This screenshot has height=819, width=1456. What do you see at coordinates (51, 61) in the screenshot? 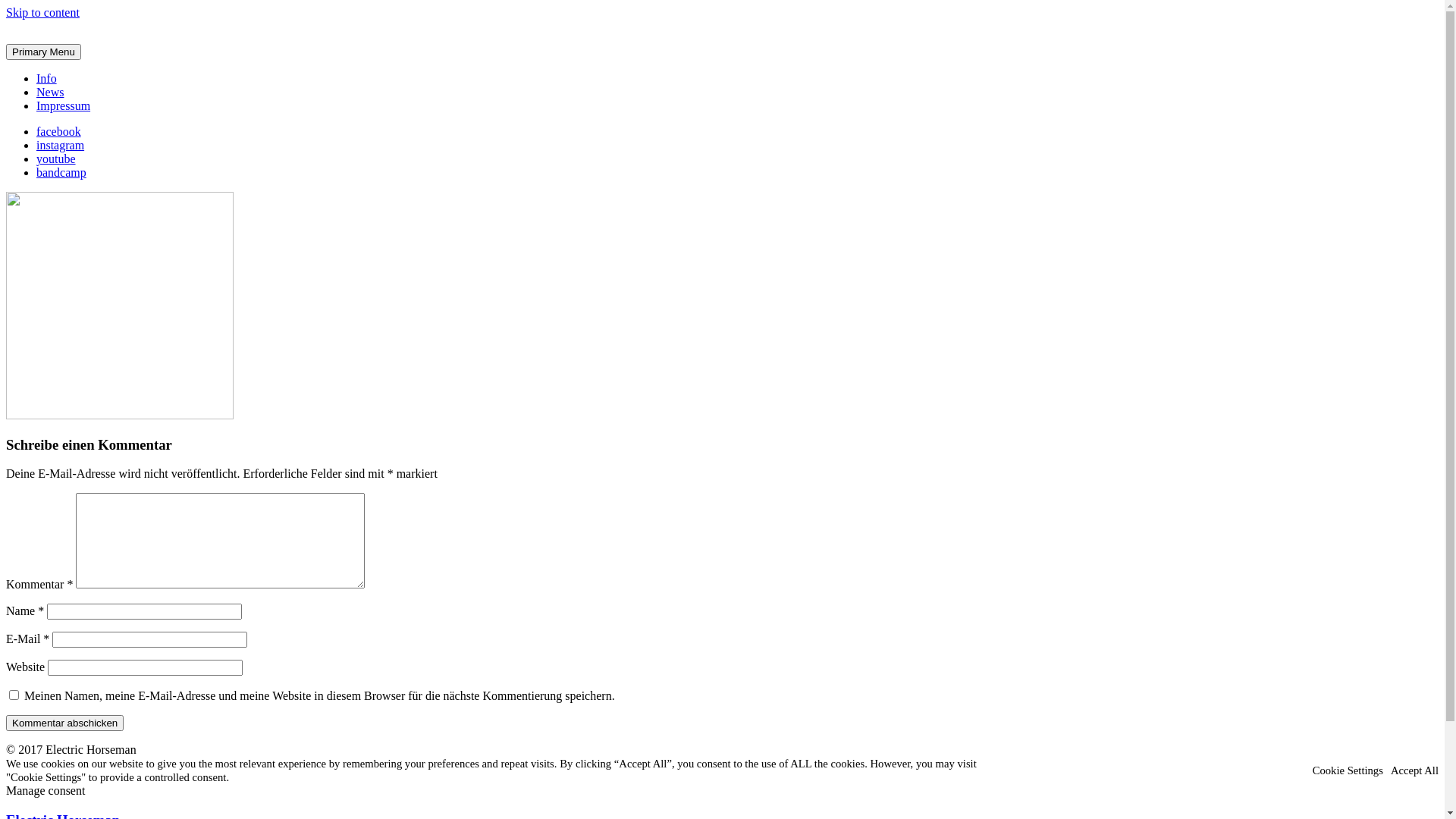
I see `'Electric Horseman'` at bounding box center [51, 61].